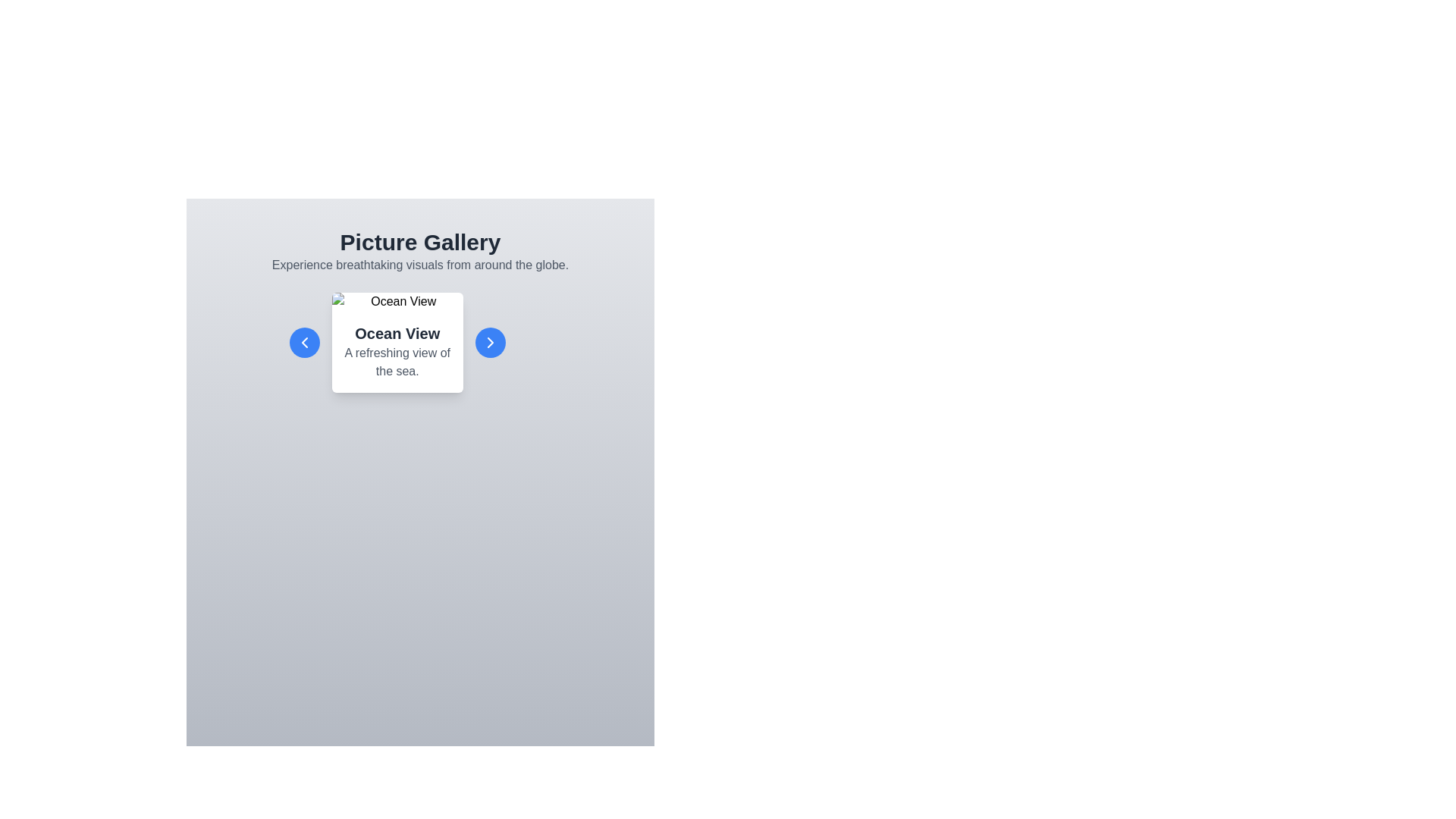 This screenshot has height=819, width=1456. I want to click on the text element displaying 'Experience breathtaking visuals from around the globe.' which is styled with a gray font color and located beneath the title 'Picture Gallery', so click(420, 265).